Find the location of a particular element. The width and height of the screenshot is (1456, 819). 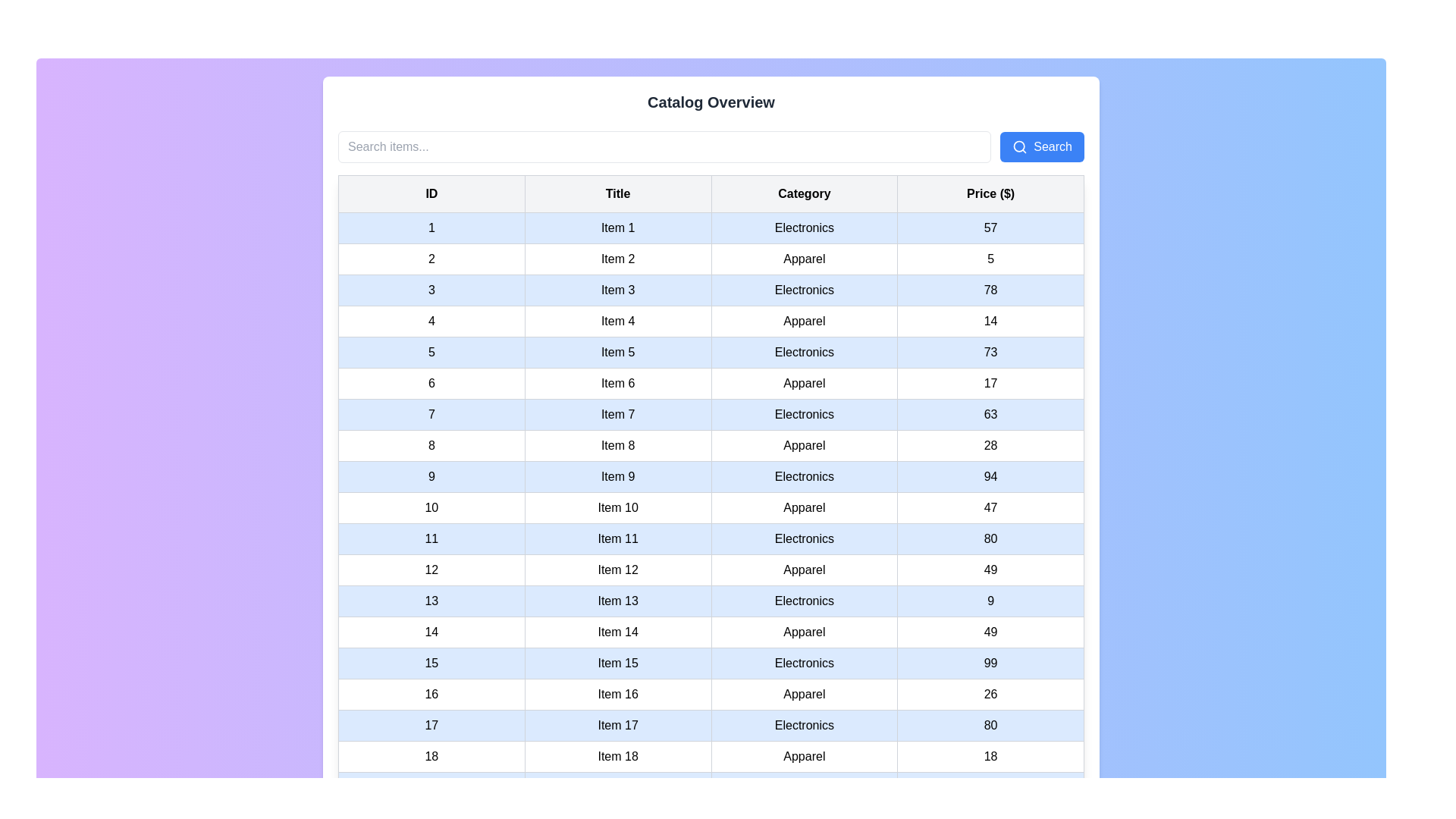

the first cell of the table row that identifies the ID of the listed item, which is located centrally in the layout is located at coordinates (431, 786).